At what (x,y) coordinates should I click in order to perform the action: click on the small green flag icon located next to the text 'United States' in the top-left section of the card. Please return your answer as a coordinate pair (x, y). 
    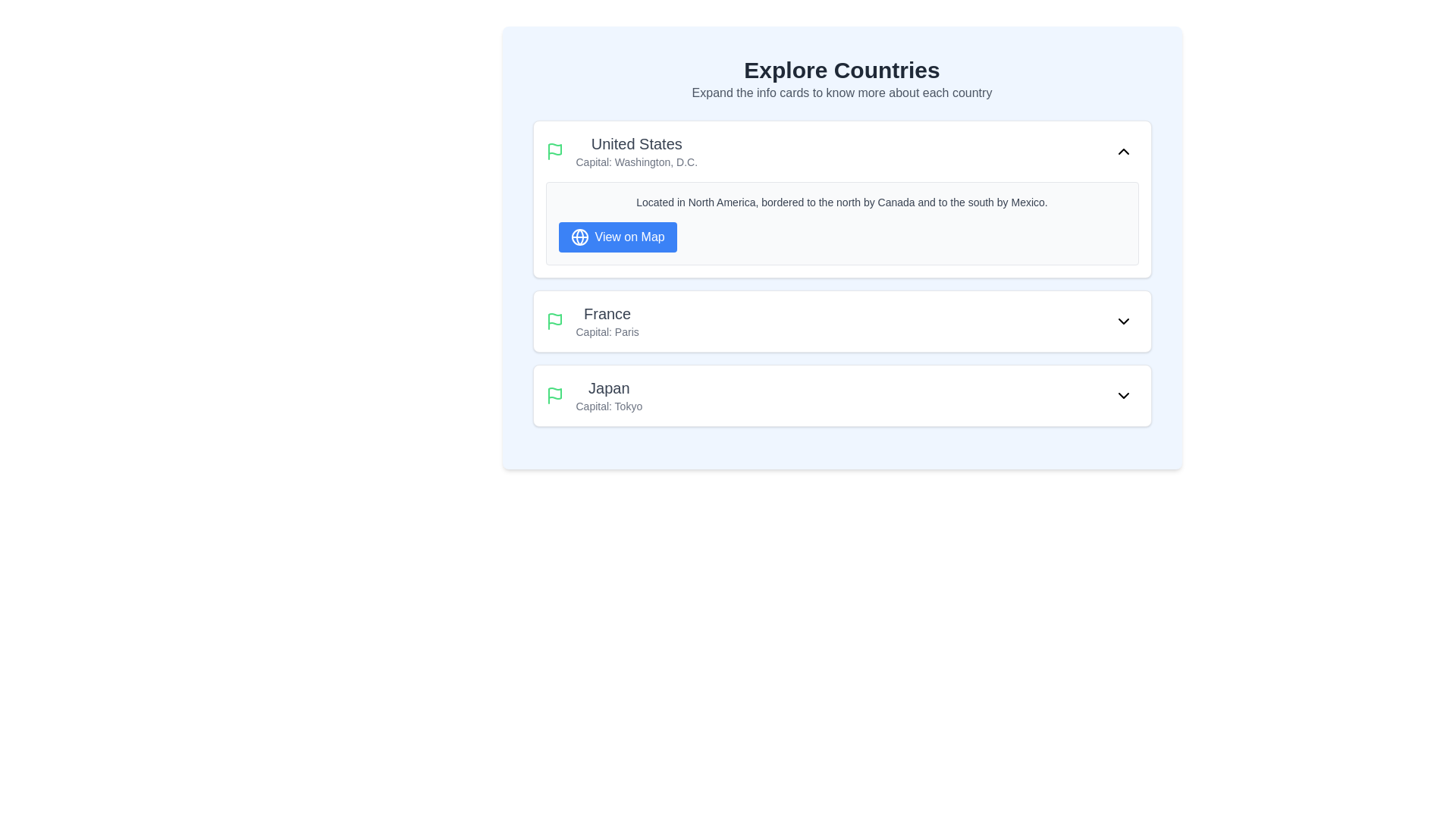
    Looking at the image, I should click on (554, 152).